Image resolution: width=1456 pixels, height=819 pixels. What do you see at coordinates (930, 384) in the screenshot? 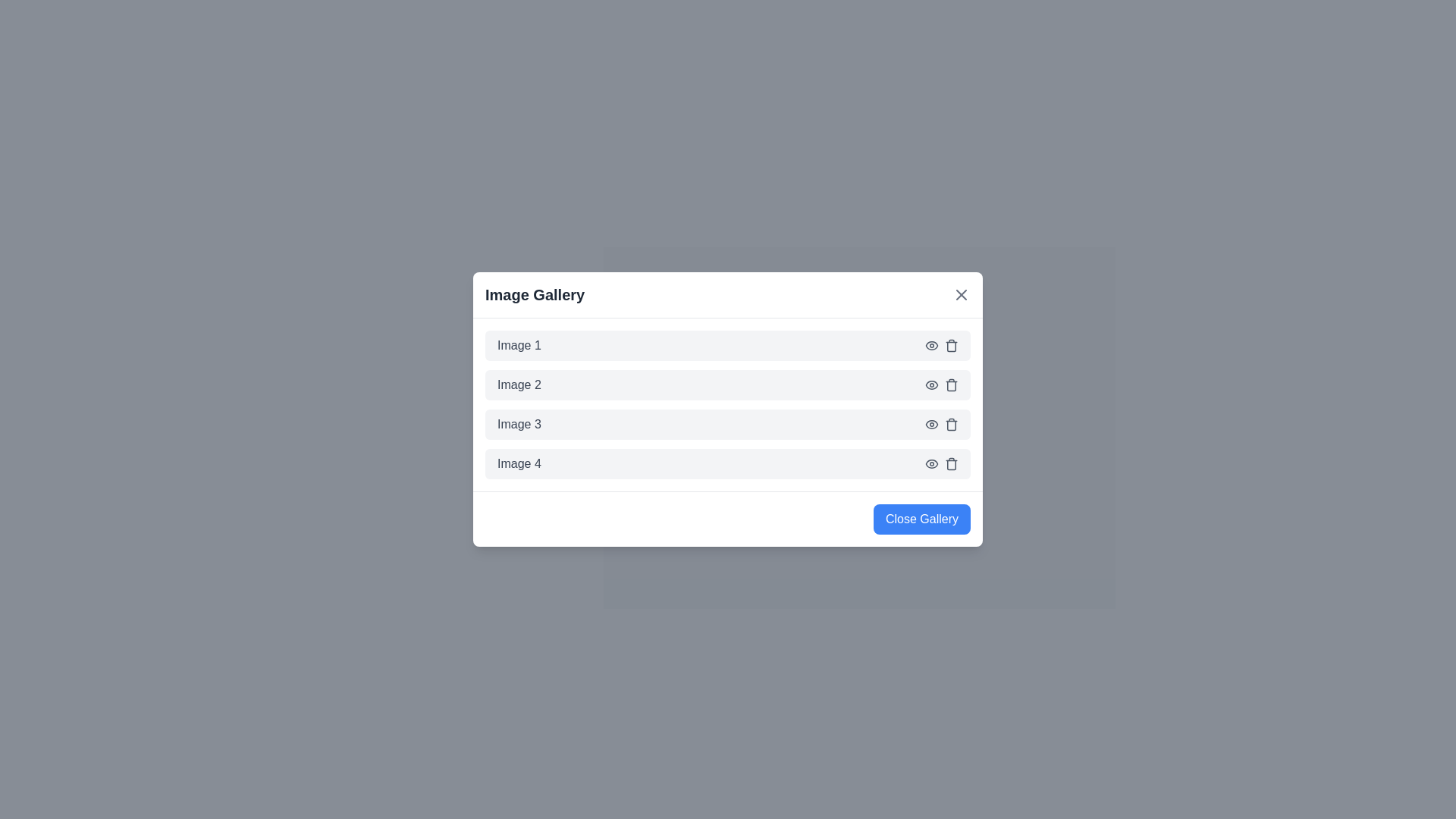
I see `the leftmost icon button in the 'Image 2' row of the 'Image Gallery' modal` at bounding box center [930, 384].